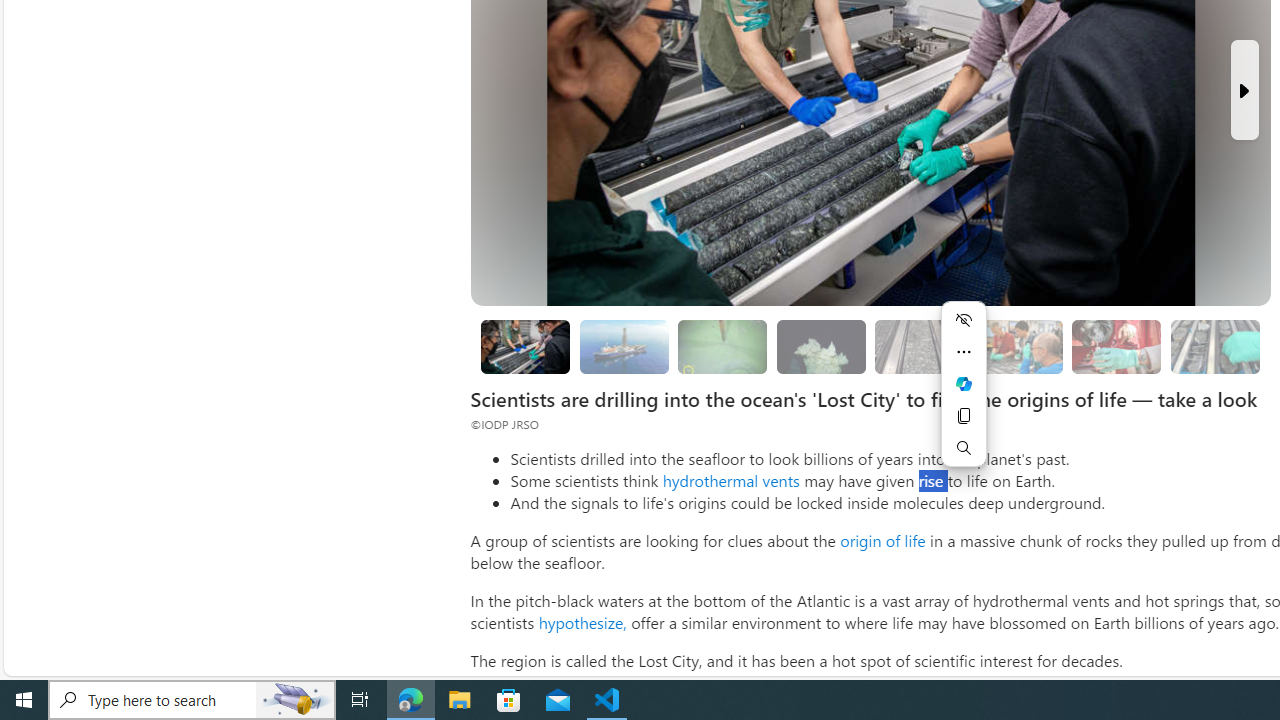 The height and width of the screenshot is (720, 1280). Describe the element at coordinates (963, 415) in the screenshot. I see `'Copy'` at that location.